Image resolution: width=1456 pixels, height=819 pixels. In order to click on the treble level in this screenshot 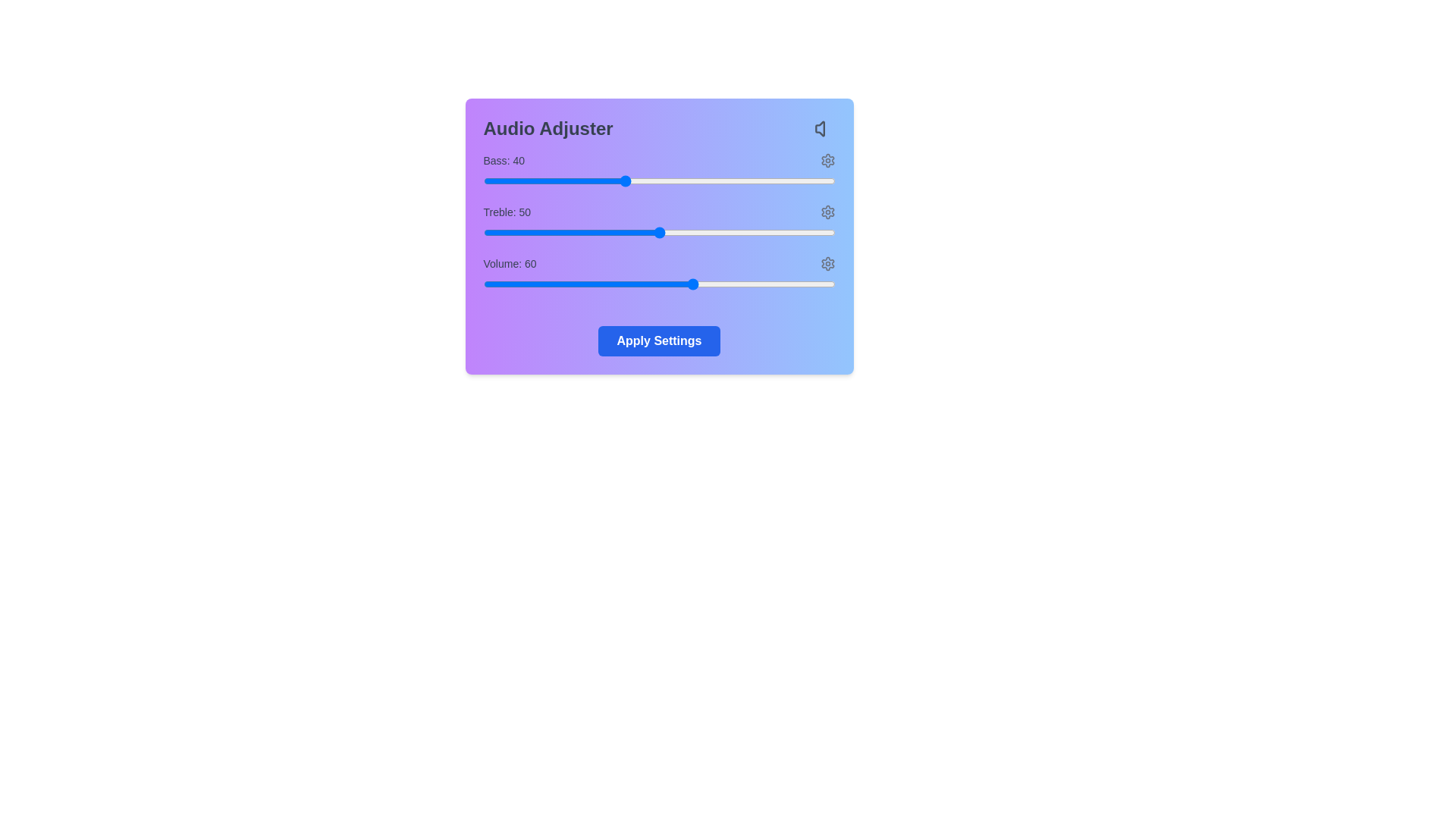, I will do `click(659, 233)`.